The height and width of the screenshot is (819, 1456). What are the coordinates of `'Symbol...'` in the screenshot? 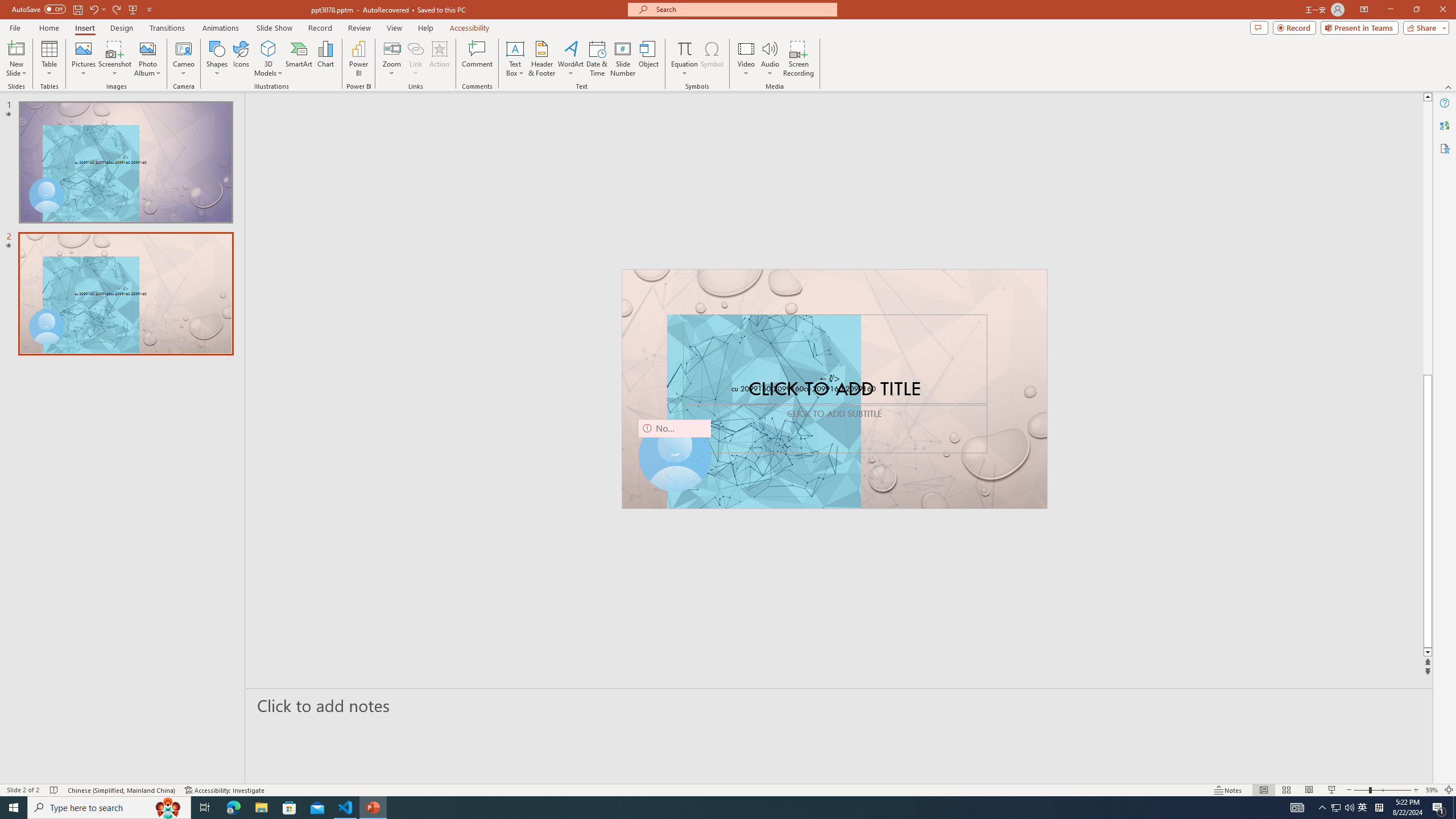 It's located at (712, 59).